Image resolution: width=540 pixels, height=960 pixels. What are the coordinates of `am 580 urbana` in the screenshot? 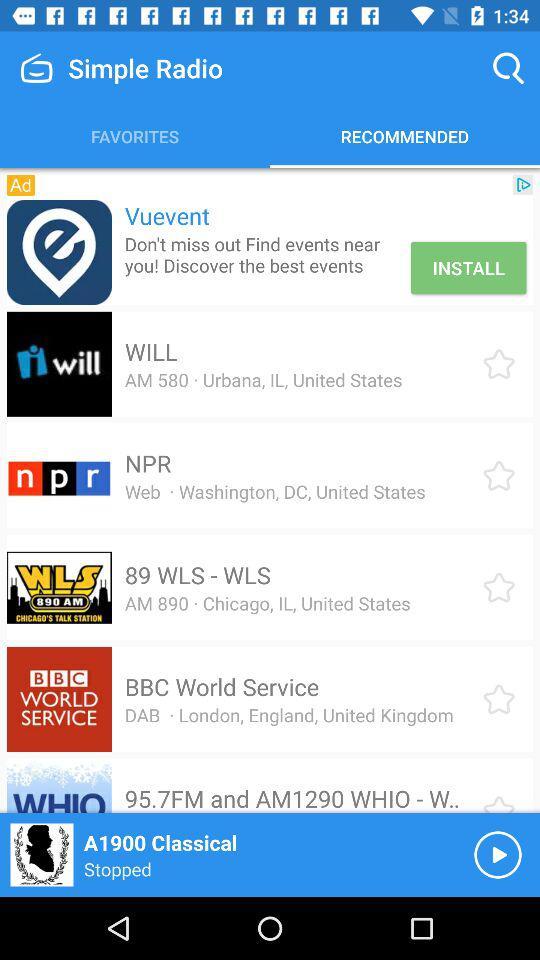 It's located at (263, 378).